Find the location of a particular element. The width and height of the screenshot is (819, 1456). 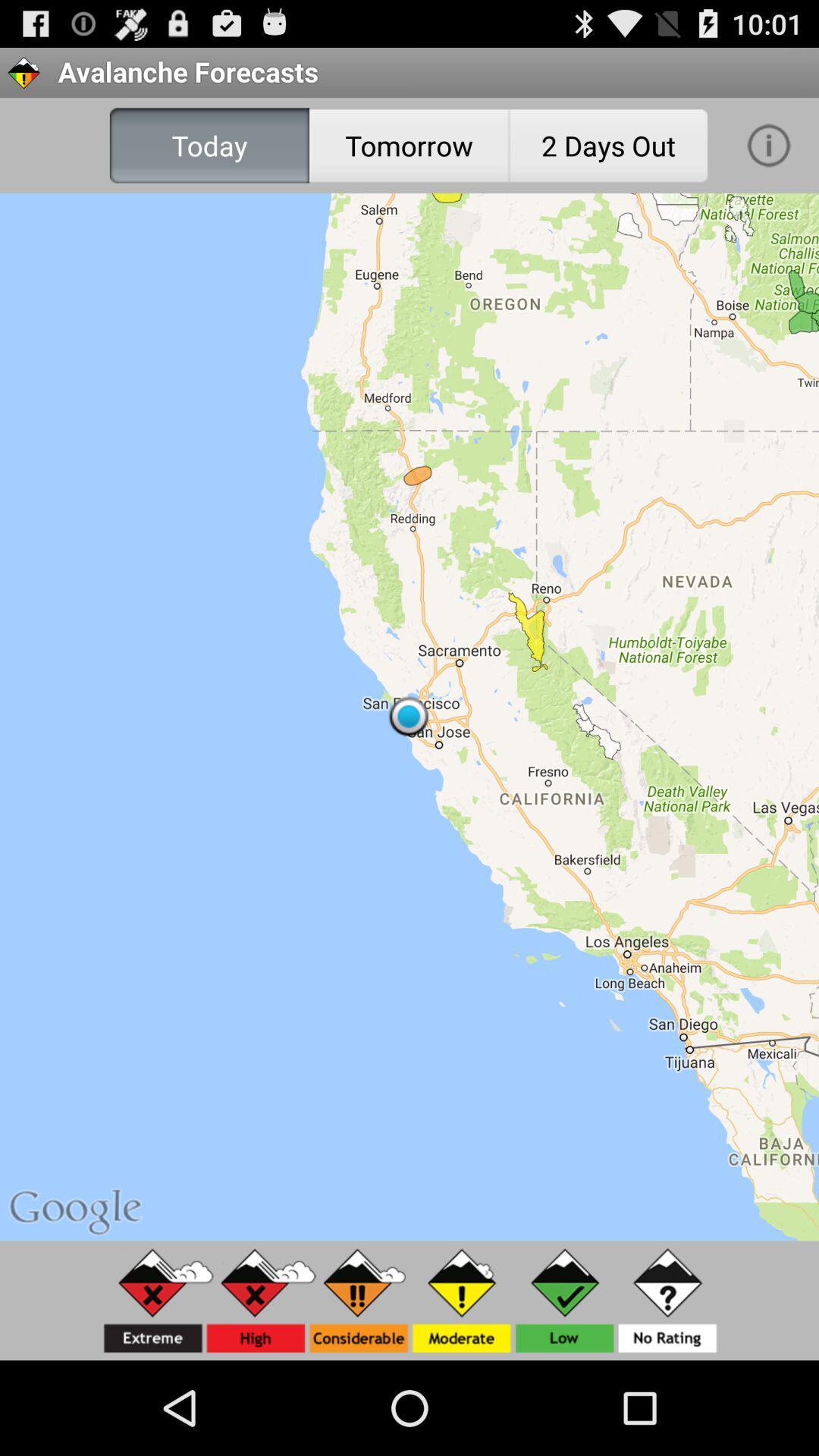

the info icon is located at coordinates (769, 155).